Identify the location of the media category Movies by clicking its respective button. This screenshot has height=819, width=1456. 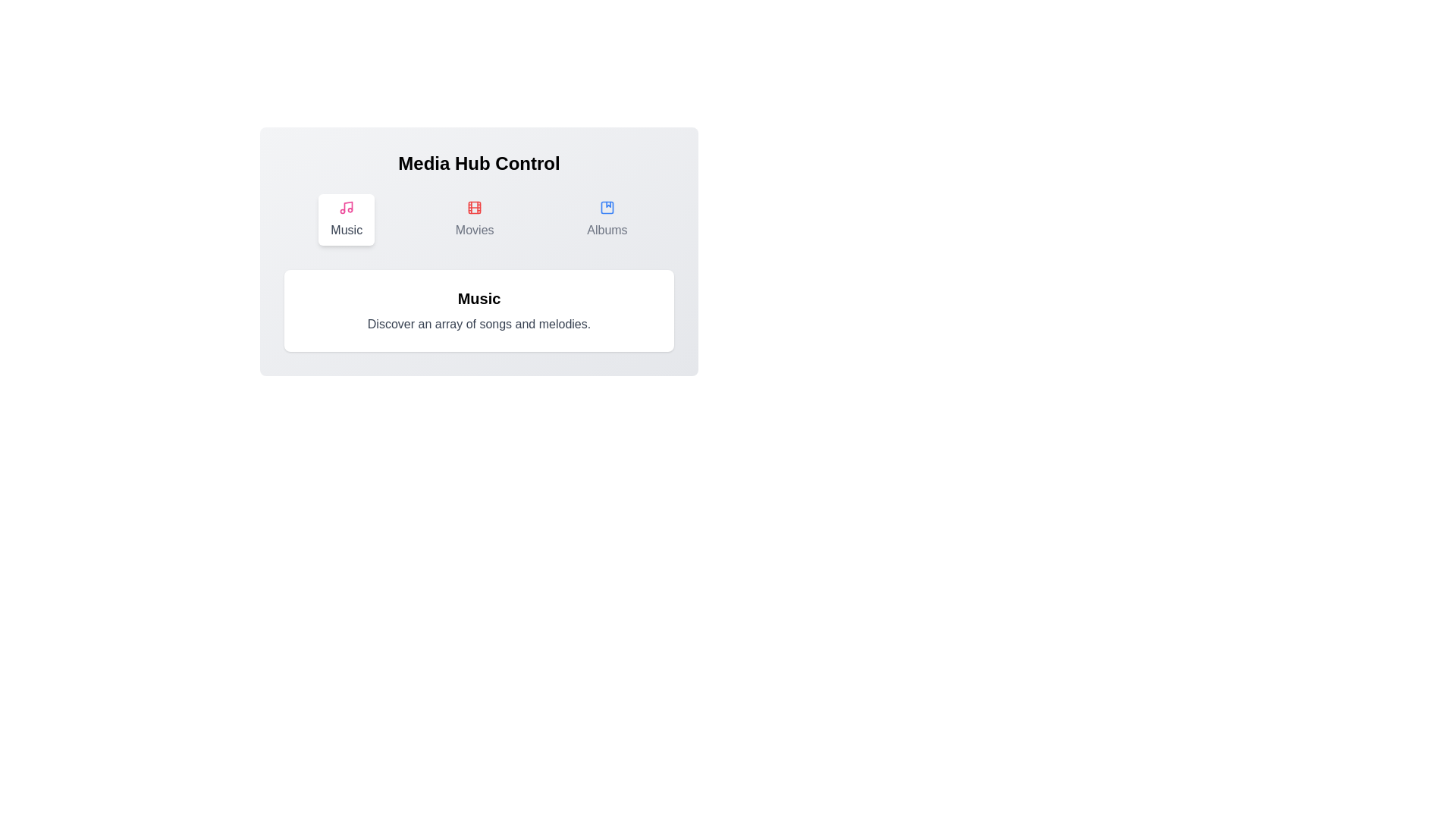
(474, 219).